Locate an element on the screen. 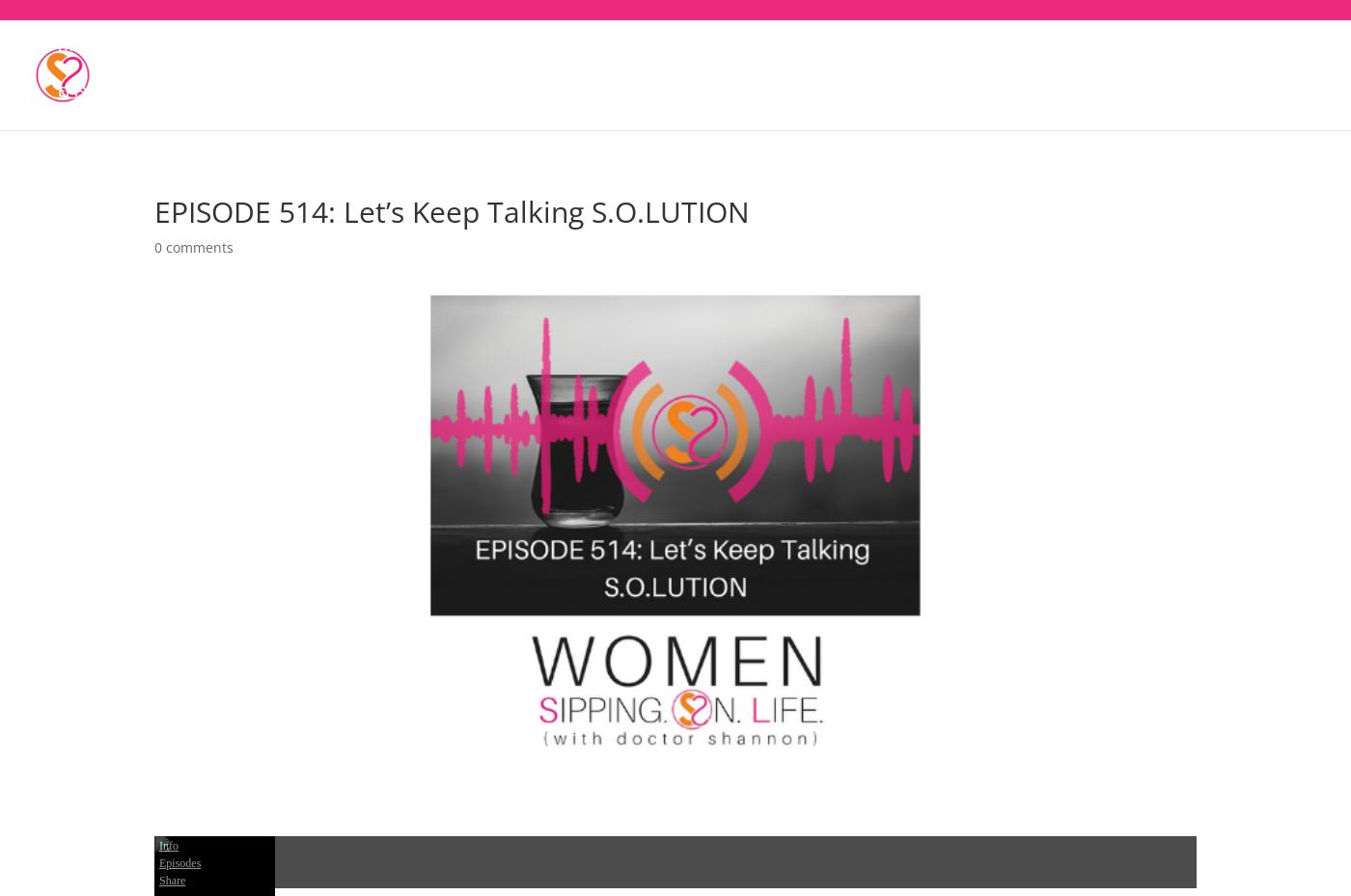  '5-Part Series On Caring For And Protecting Your Heart' is located at coordinates (426, 57).